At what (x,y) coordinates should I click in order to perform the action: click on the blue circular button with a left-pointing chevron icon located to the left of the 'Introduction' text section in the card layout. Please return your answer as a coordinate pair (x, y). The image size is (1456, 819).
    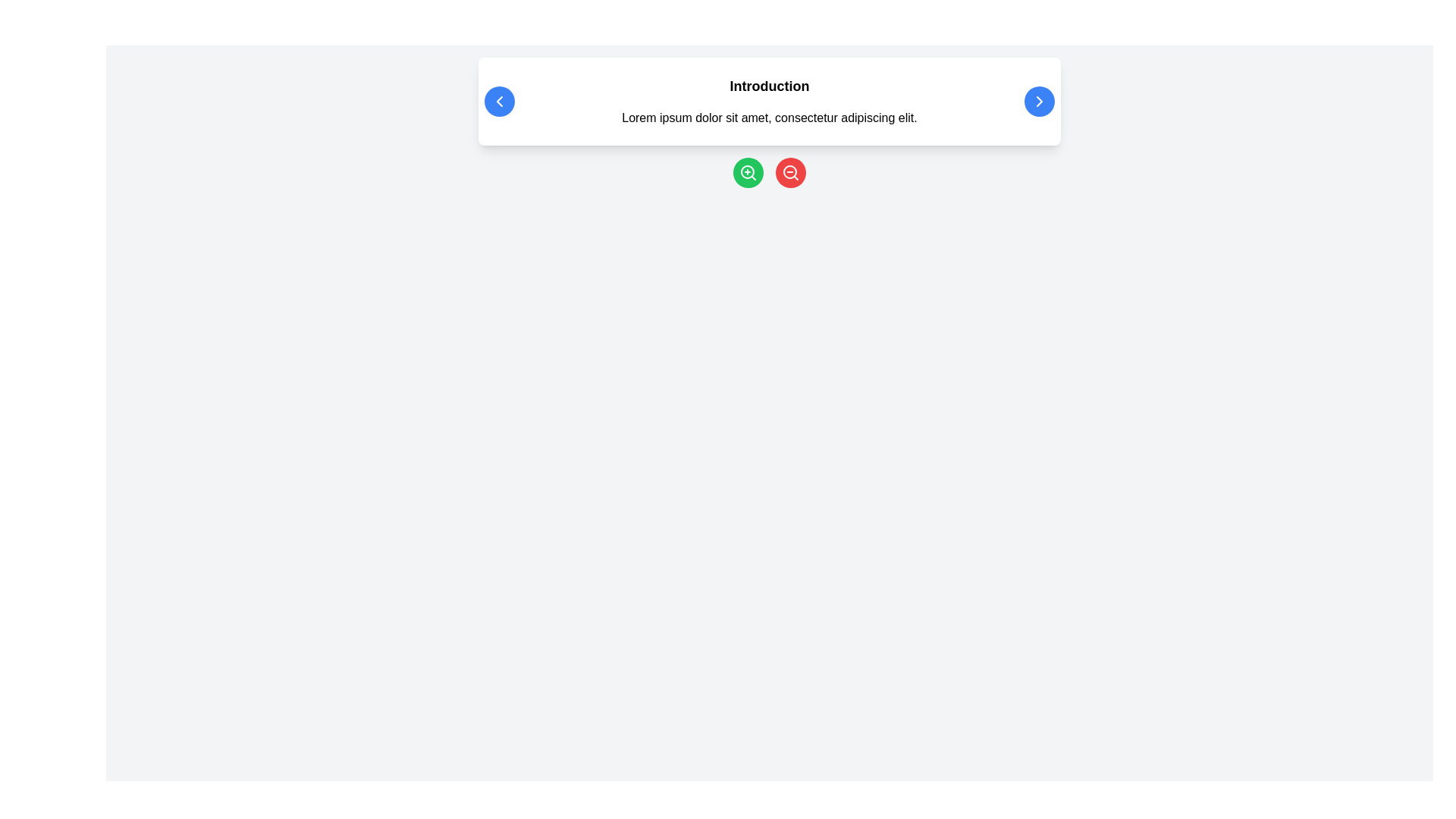
    Looking at the image, I should click on (499, 102).